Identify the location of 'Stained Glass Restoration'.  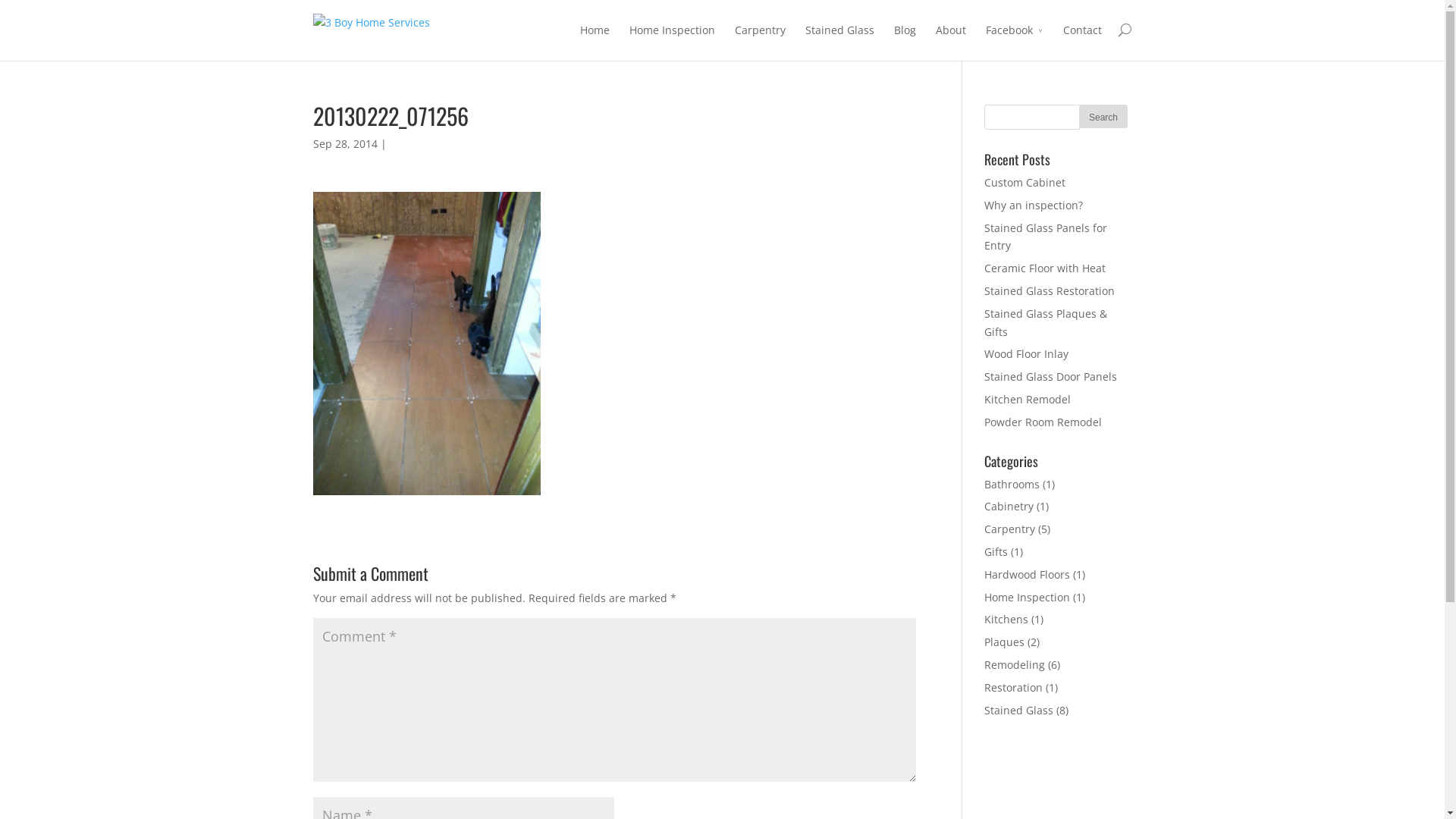
(1048, 290).